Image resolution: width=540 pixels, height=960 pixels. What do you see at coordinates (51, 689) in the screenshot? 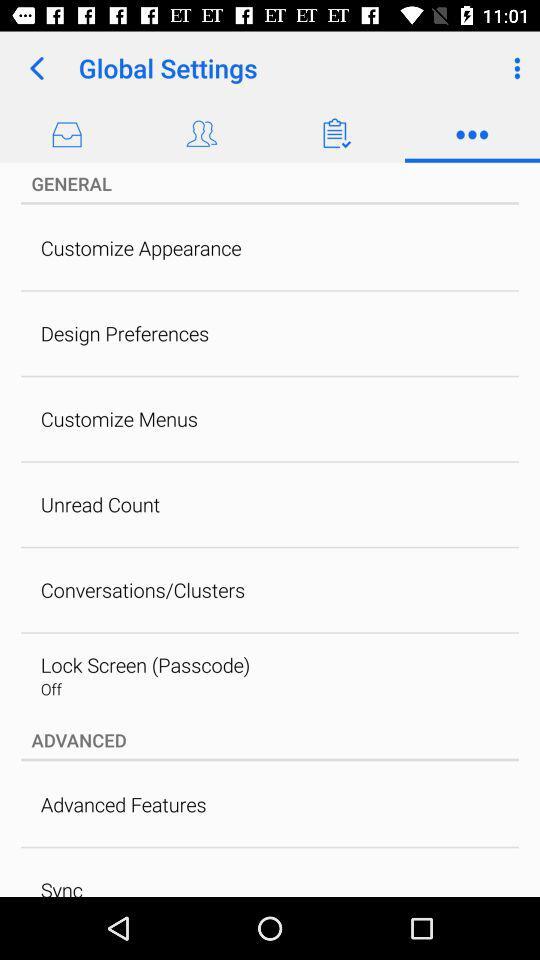
I see `item below lock screen (passcode) app` at bounding box center [51, 689].